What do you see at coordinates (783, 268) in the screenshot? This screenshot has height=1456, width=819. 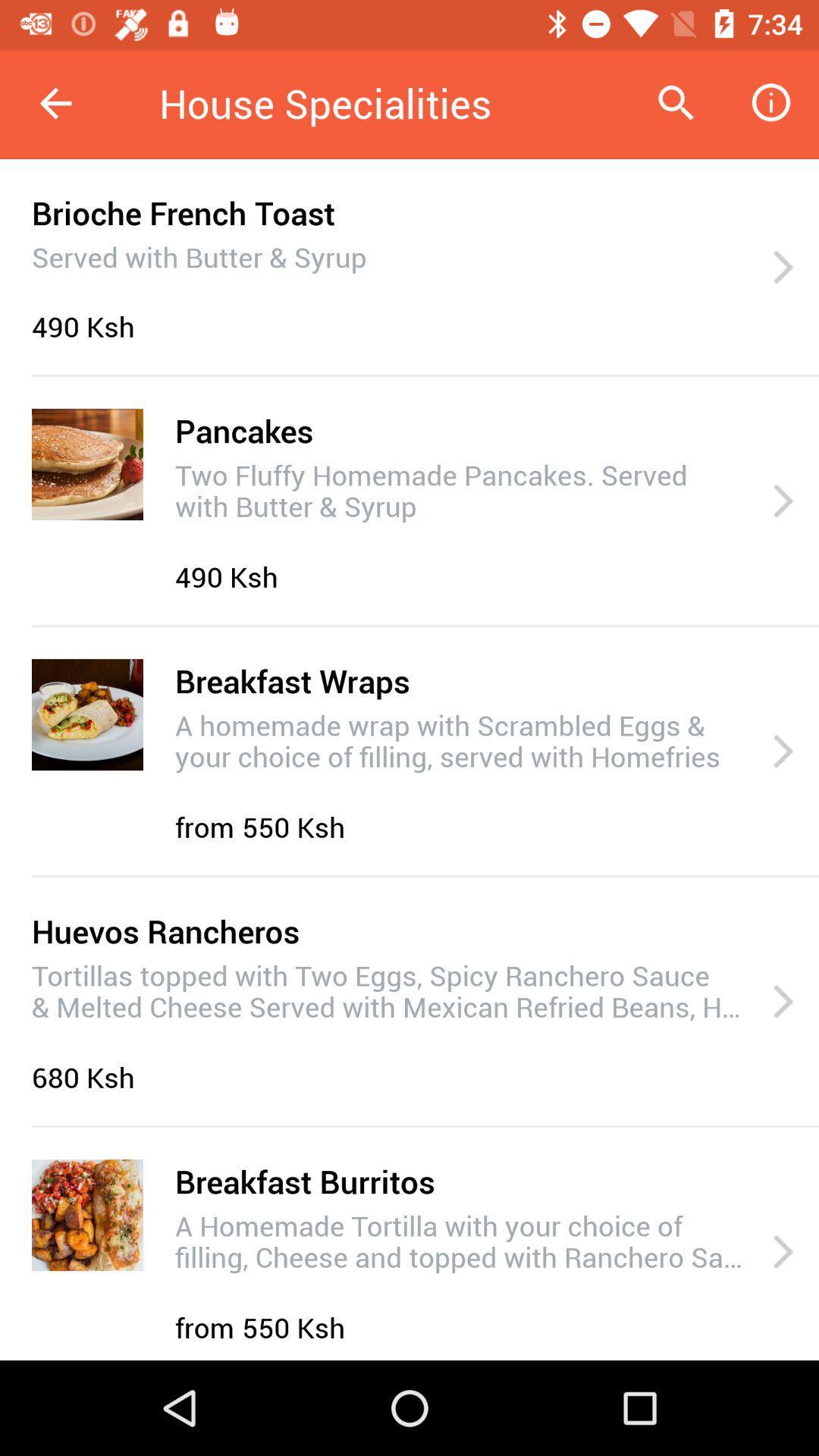 I see `the item next to the served with butter icon` at bounding box center [783, 268].